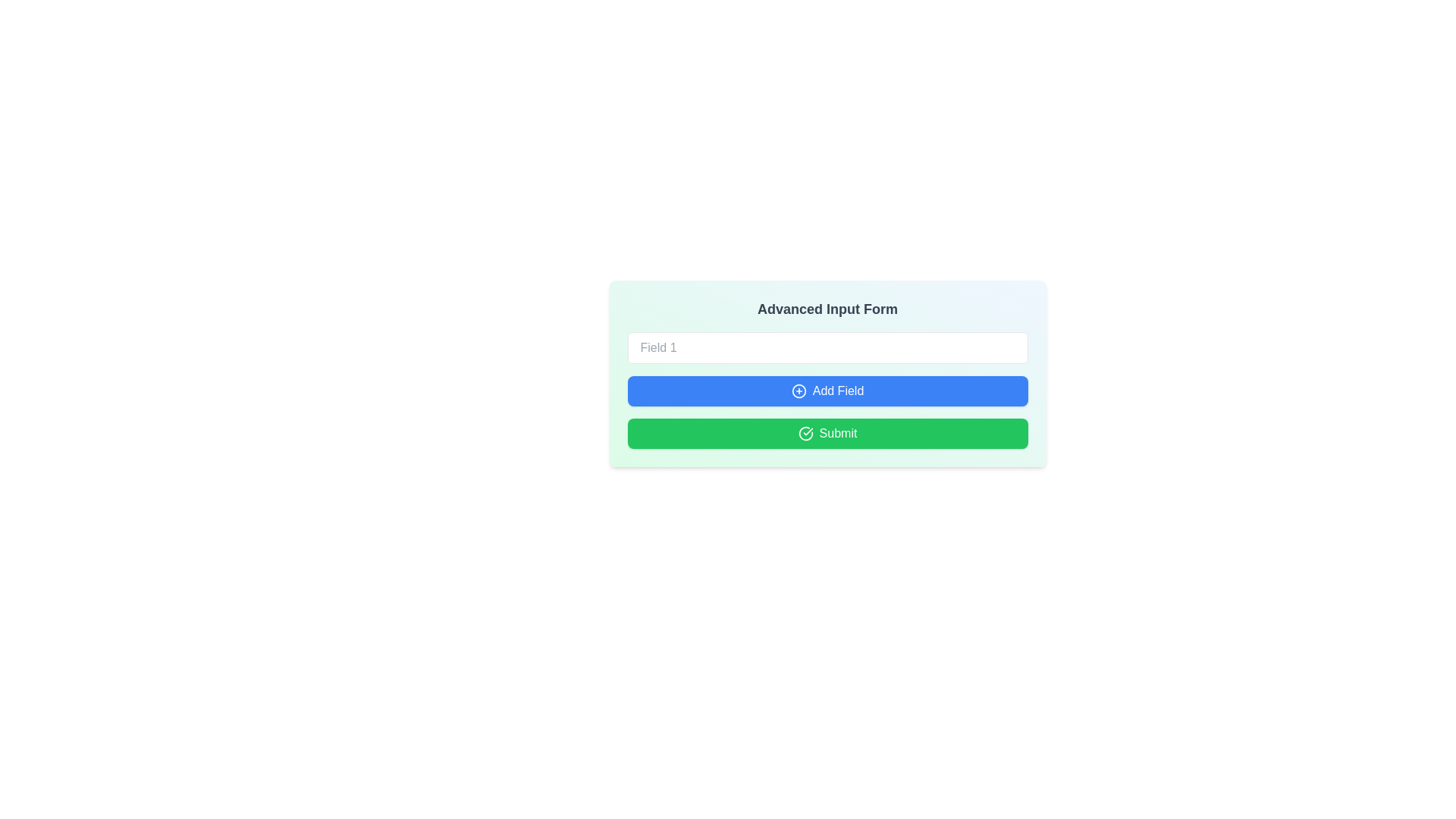 The image size is (1456, 819). I want to click on the approval icon located inside the 'Submit' button, which is positioned to the left of the text 'Submit', so click(805, 433).